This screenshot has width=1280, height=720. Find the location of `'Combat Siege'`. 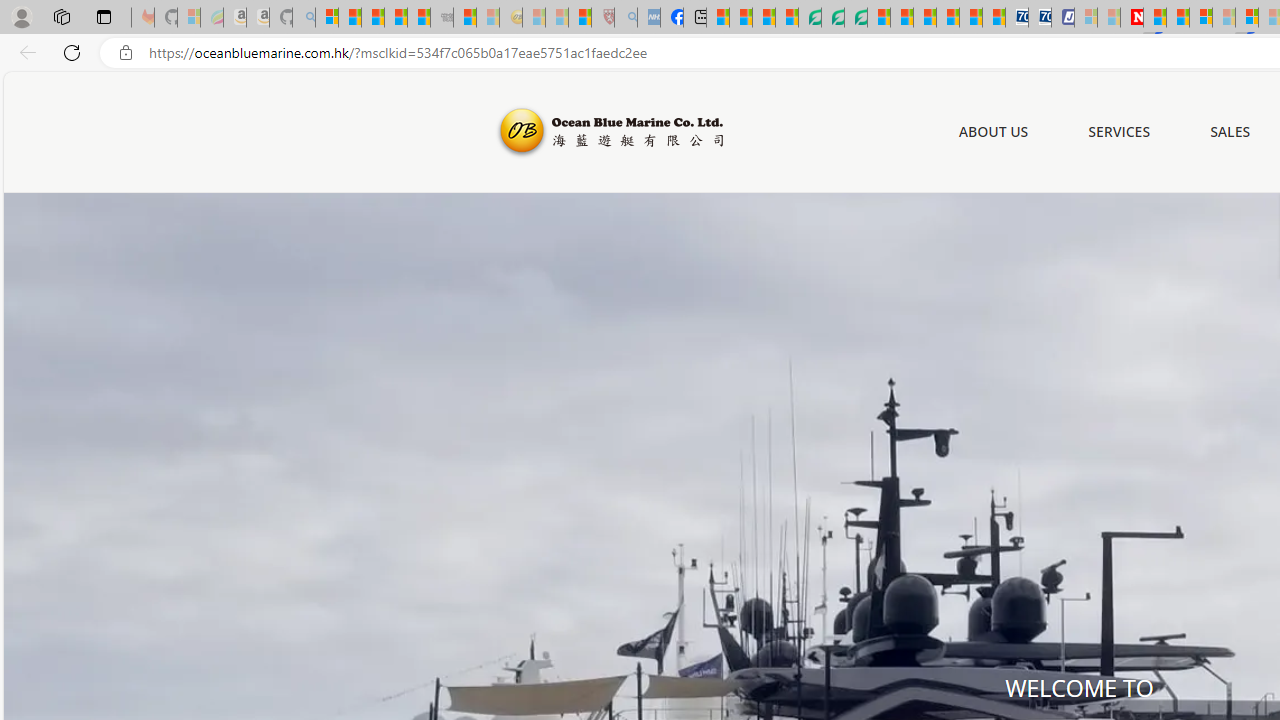

'Combat Siege' is located at coordinates (441, 17).